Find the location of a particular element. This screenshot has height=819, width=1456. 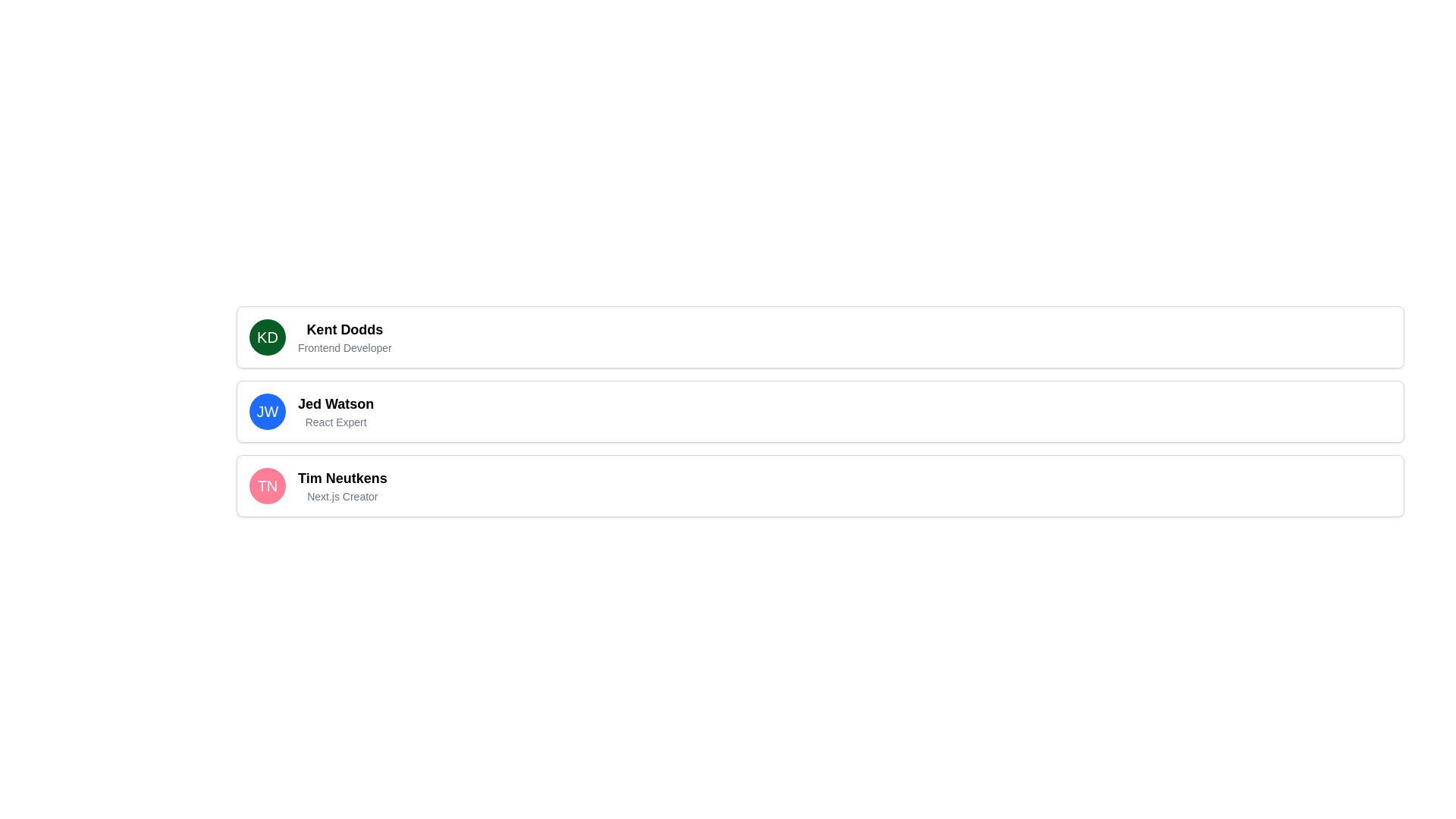

the title text display in the third profile card that shows the individual's name is located at coordinates (341, 479).